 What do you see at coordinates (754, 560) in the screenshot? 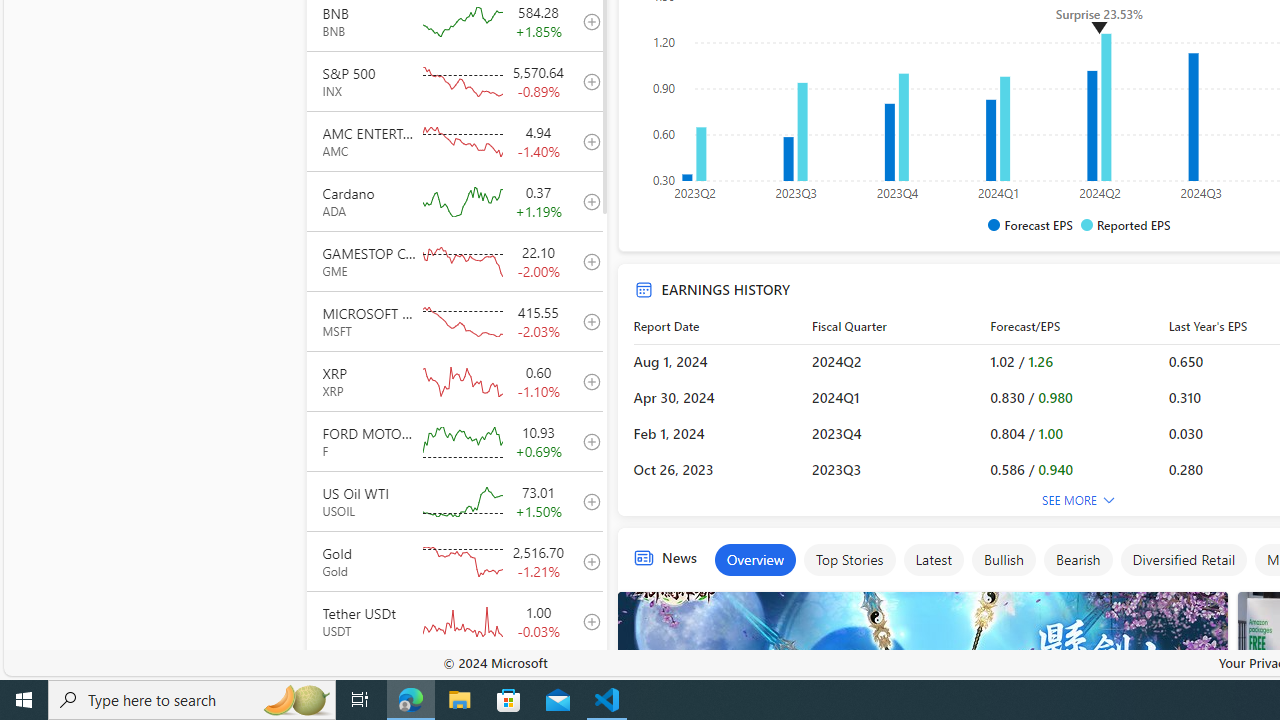
I see `'Overview'` at bounding box center [754, 560].